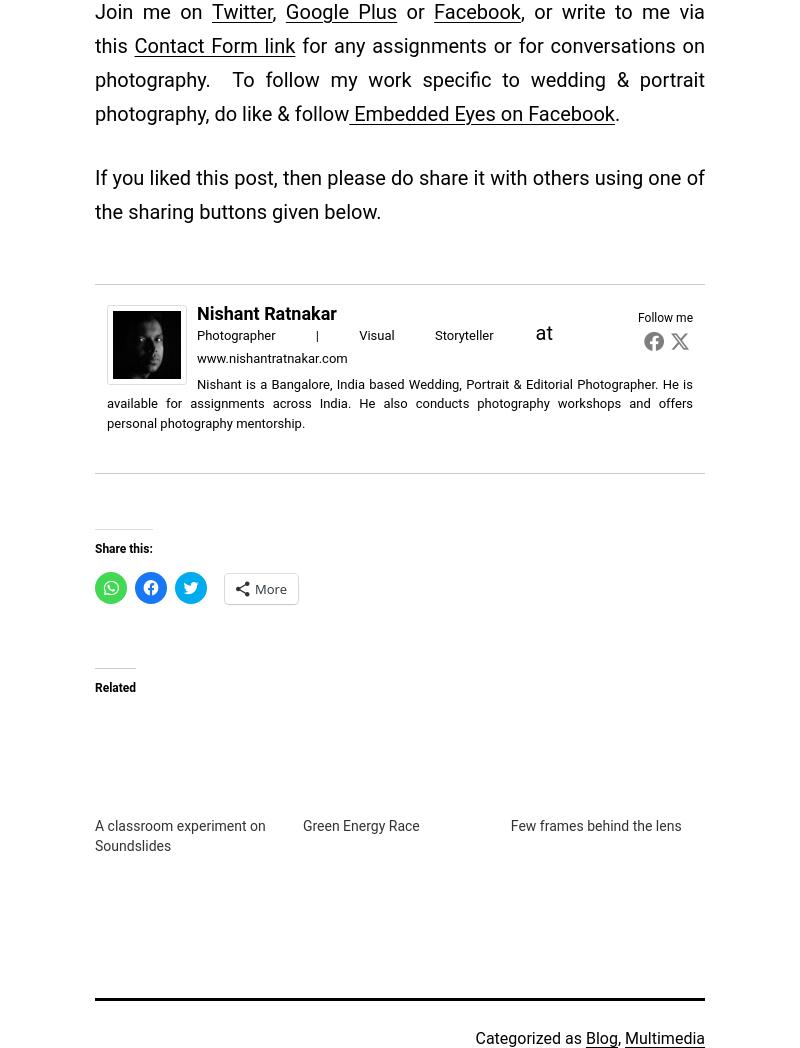  I want to click on 'If you liked this post, then please do share it with others using one of the sharing buttons given below.', so click(400, 192).